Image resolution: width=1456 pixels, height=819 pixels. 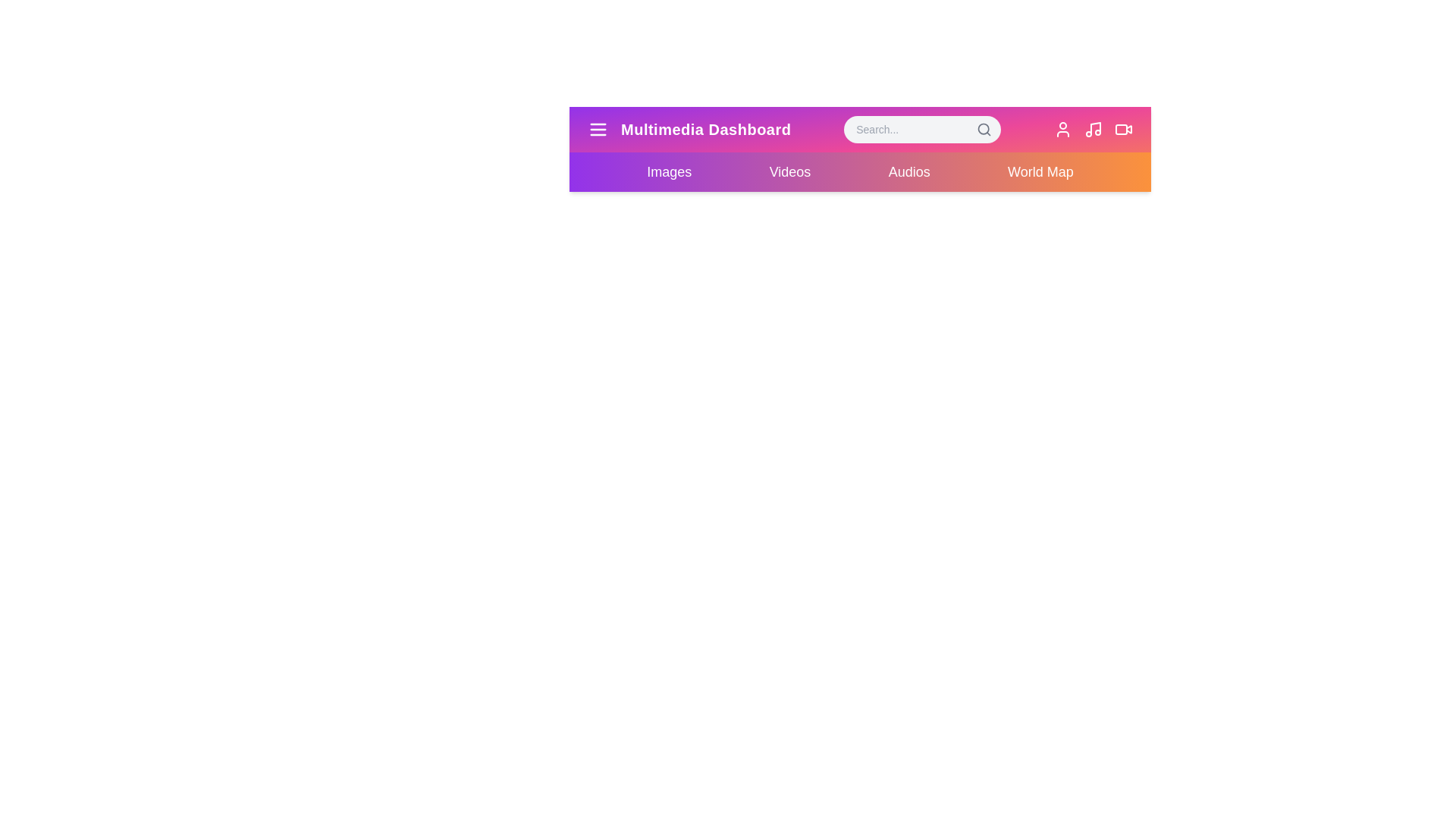 I want to click on the navigation item Audios to navigate to the respective section, so click(x=909, y=171).